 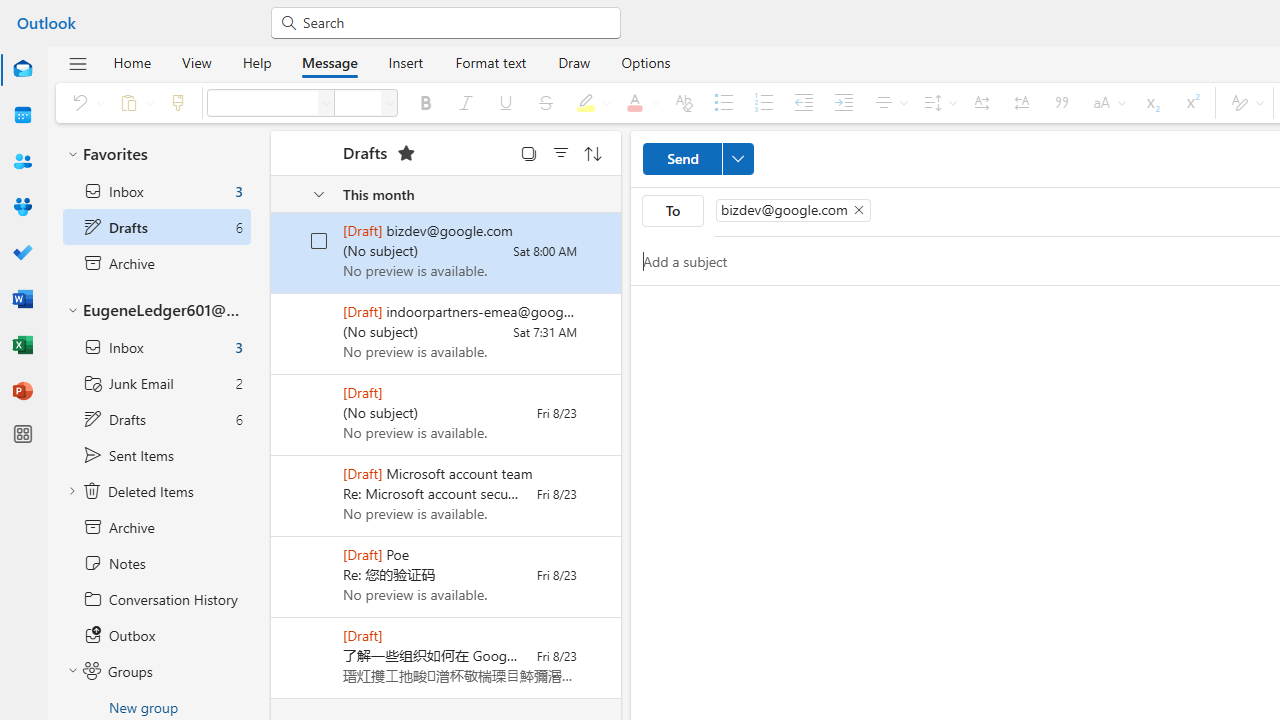 What do you see at coordinates (698, 158) in the screenshot?
I see `'Send'` at bounding box center [698, 158].